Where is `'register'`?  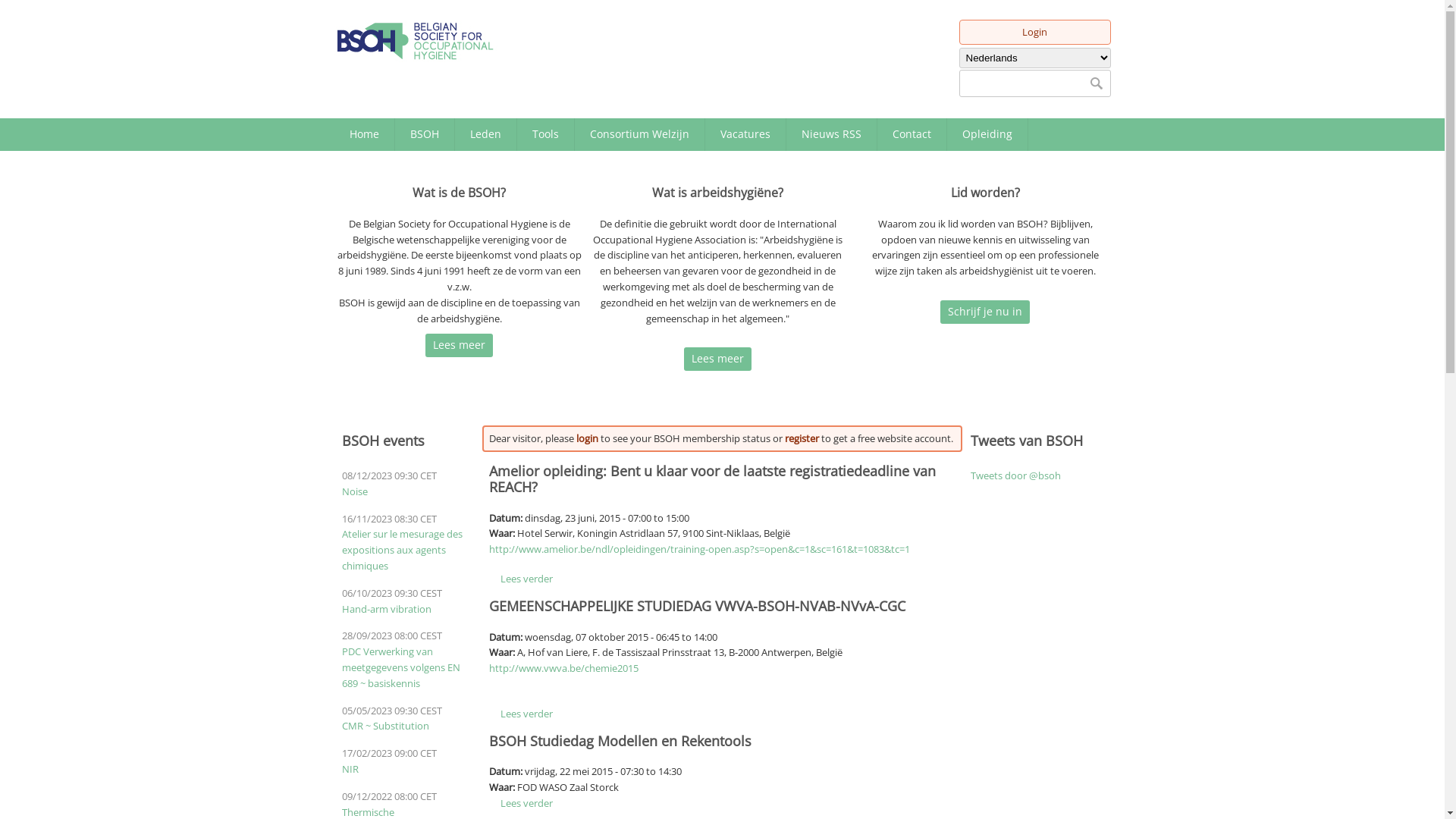 'register' is located at coordinates (801, 438).